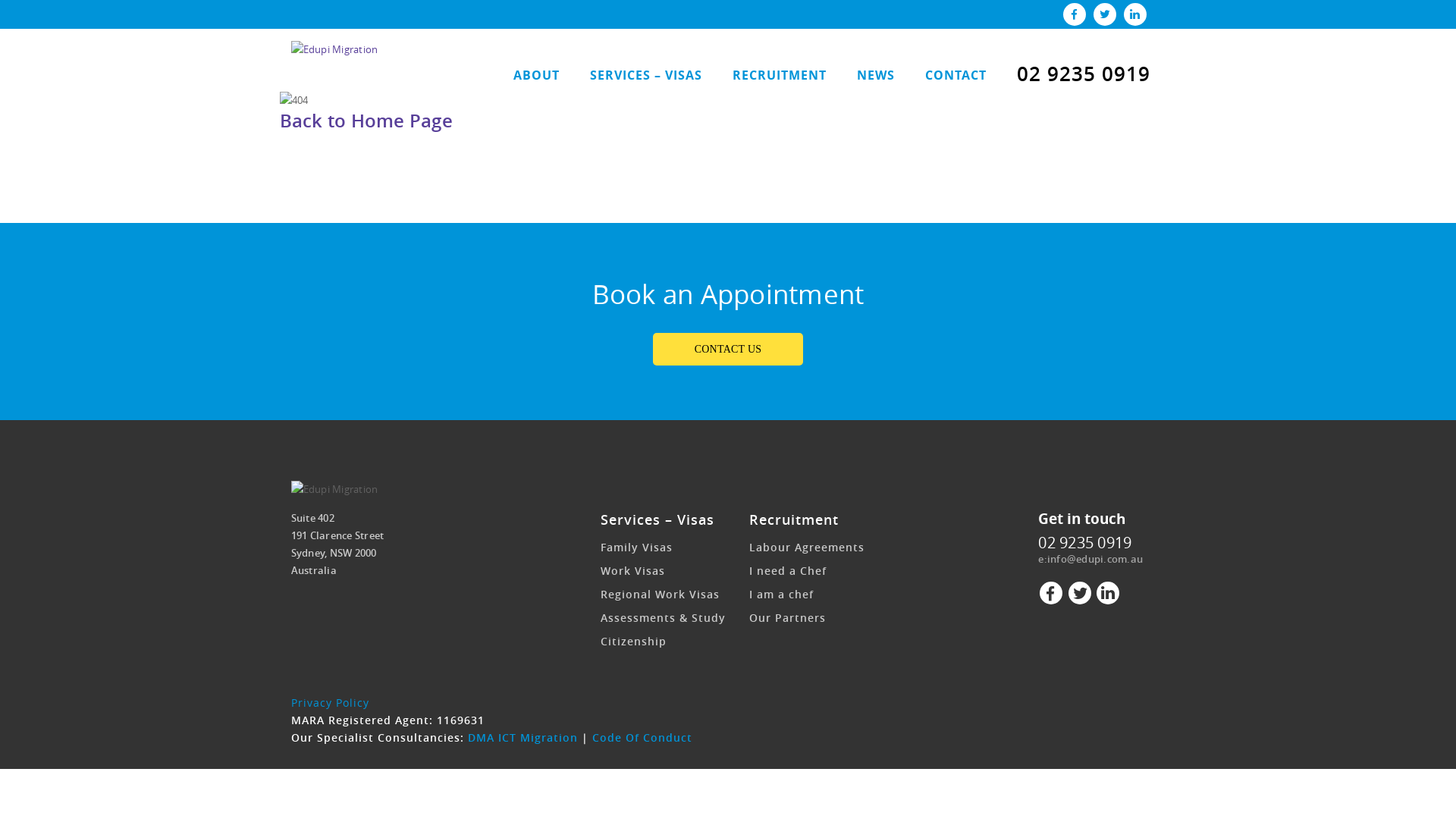 This screenshot has height=819, width=1456. I want to click on '02 9235 0919', so click(1084, 541).